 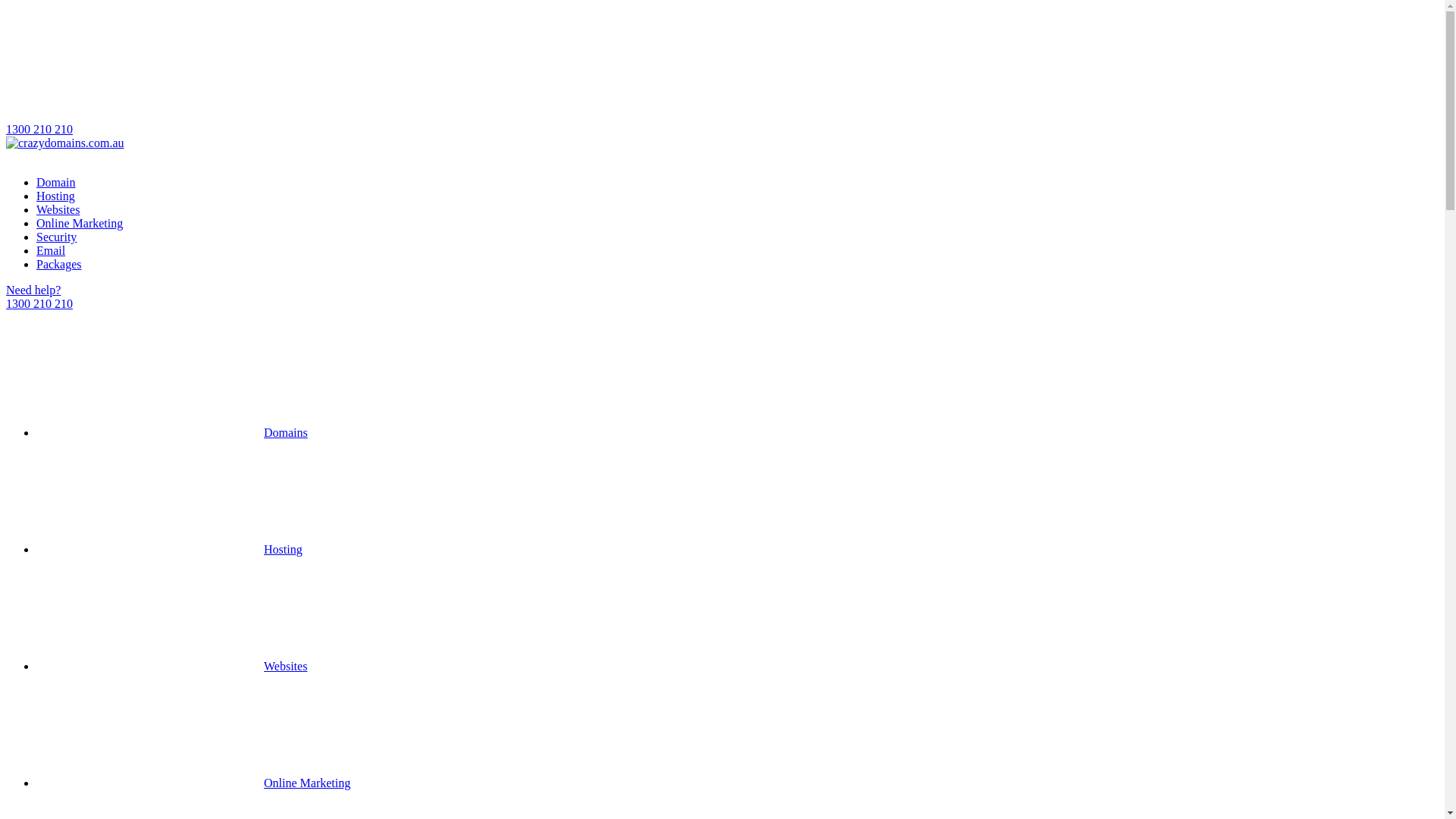 I want to click on 'Online Marketing', so click(x=79, y=223).